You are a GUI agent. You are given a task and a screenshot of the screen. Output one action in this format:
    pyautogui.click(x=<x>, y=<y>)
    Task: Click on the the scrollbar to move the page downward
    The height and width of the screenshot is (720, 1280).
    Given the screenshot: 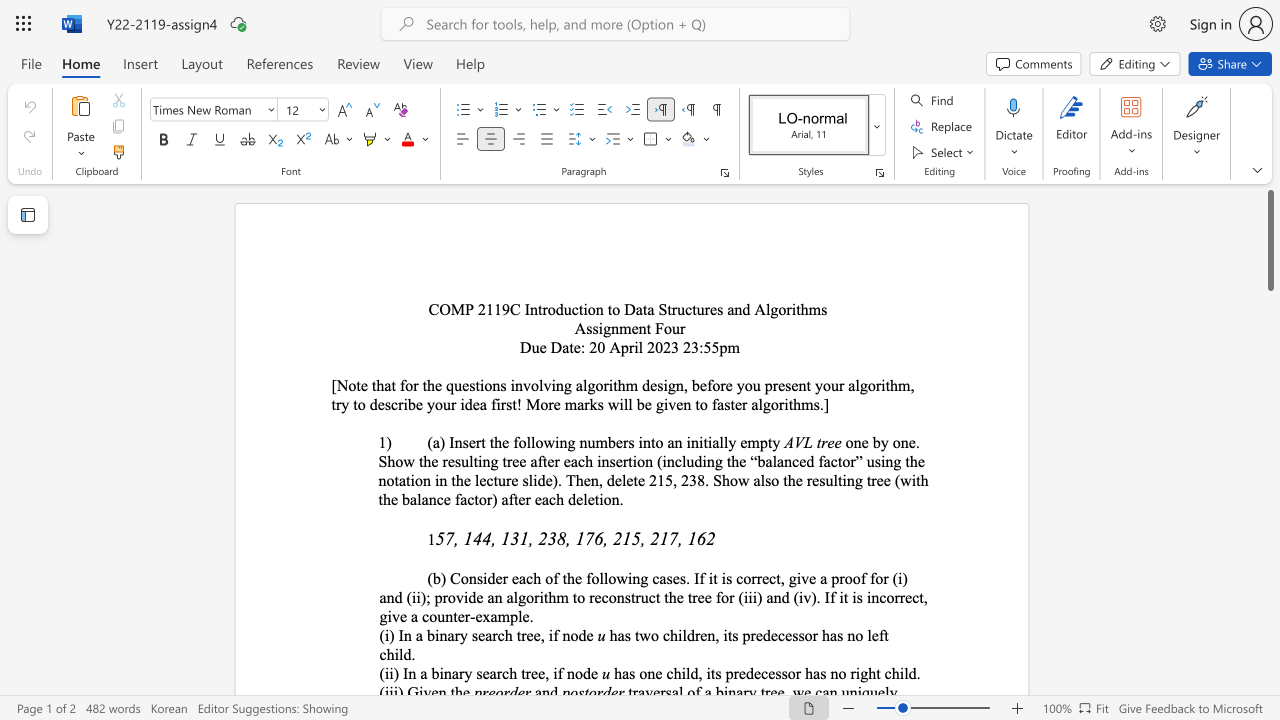 What is the action you would take?
    pyautogui.click(x=1269, y=560)
    